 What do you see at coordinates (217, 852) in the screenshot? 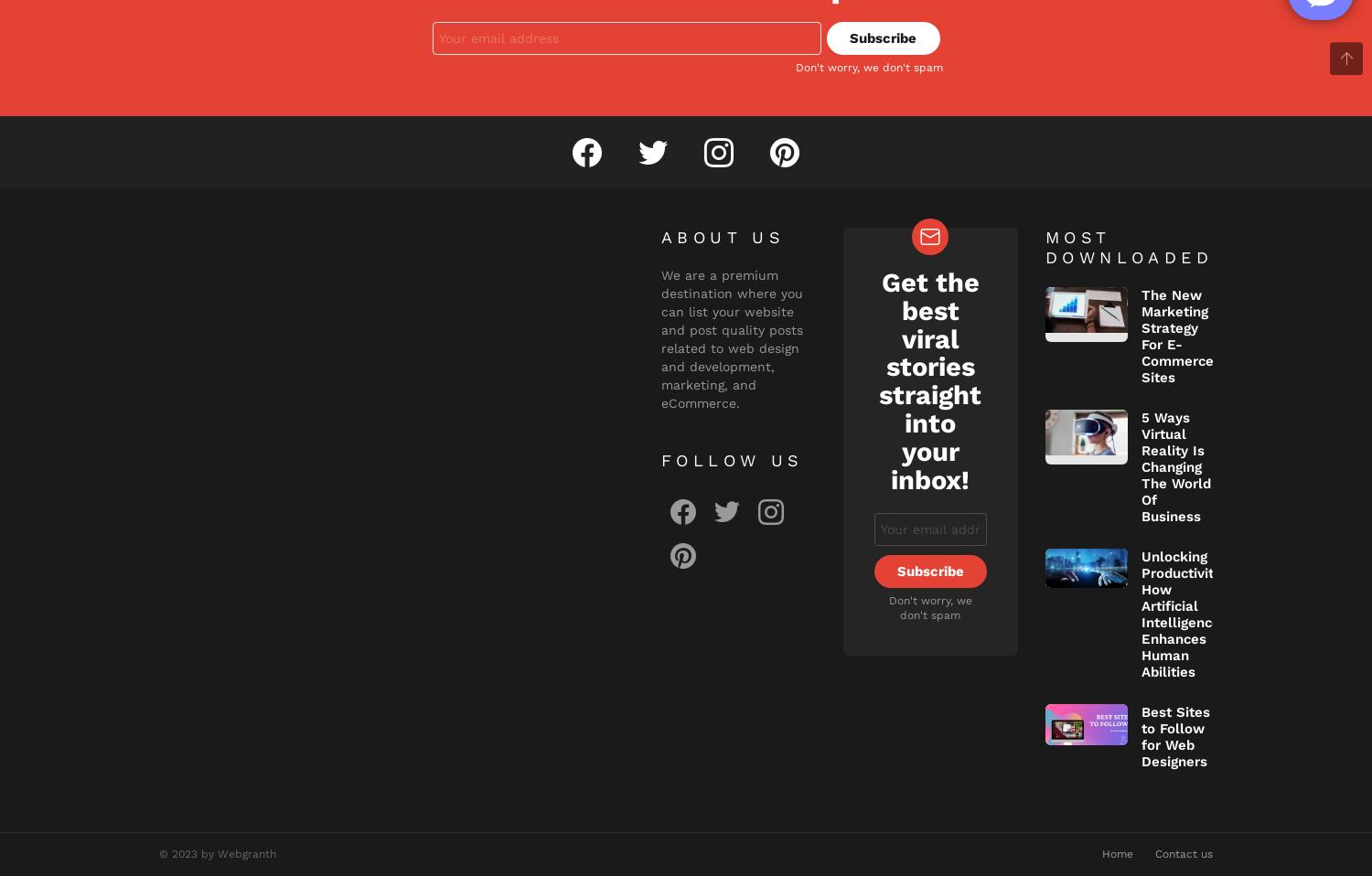
I see `'© 2023 by Webgranth'` at bounding box center [217, 852].